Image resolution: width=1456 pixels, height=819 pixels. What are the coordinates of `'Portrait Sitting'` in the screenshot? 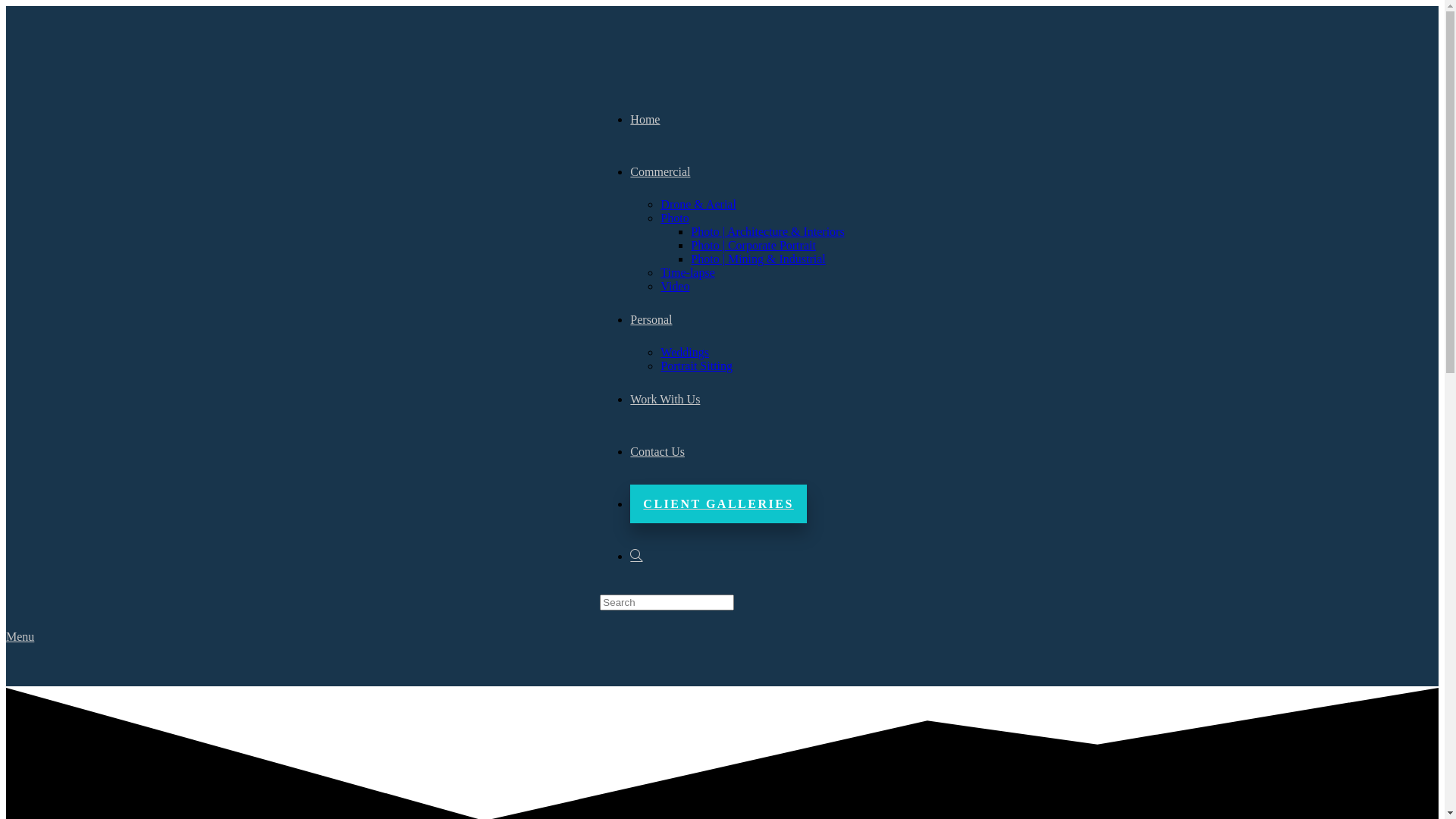 It's located at (695, 366).